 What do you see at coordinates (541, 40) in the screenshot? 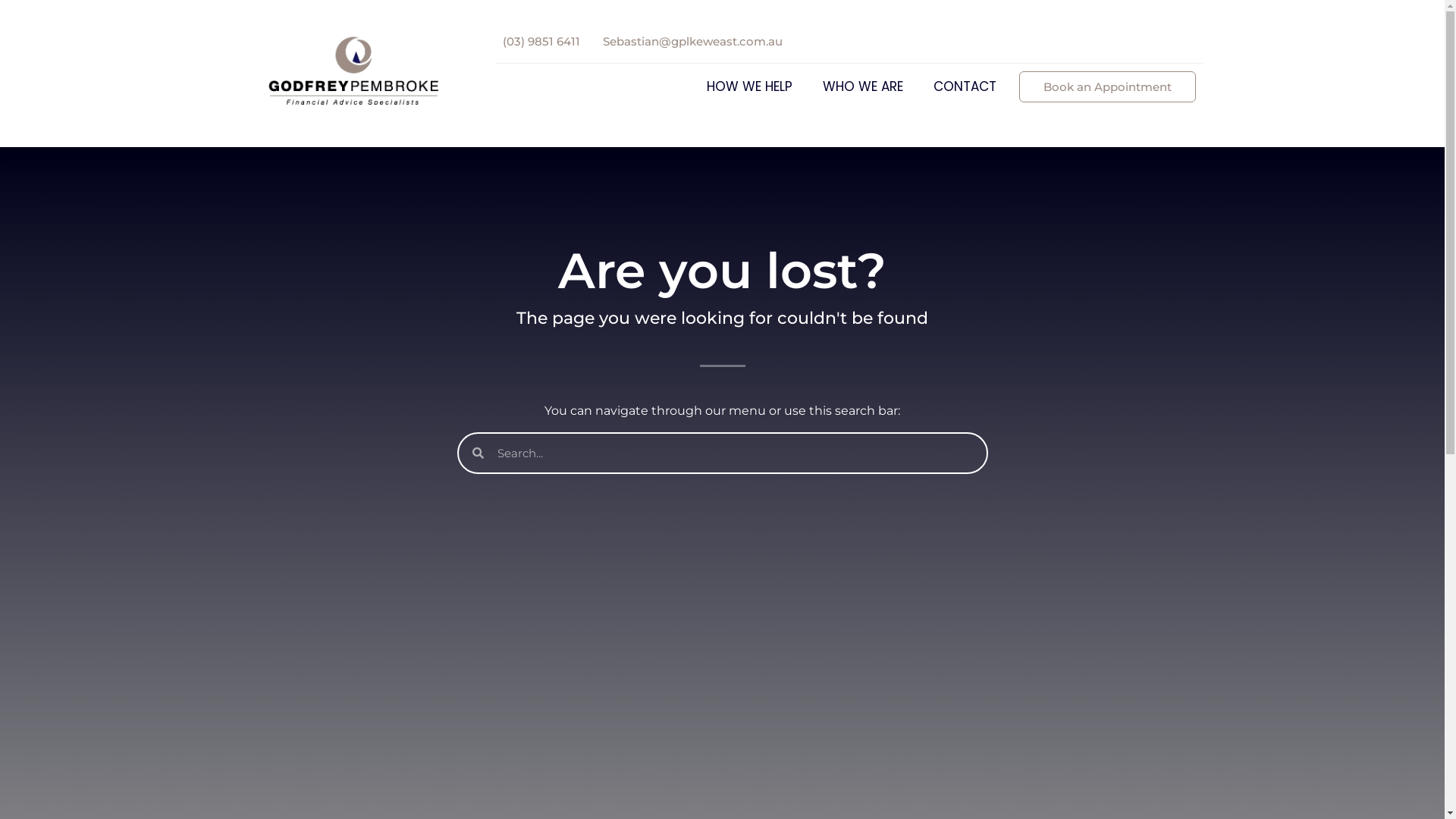
I see `'(03) 9851 6411'` at bounding box center [541, 40].